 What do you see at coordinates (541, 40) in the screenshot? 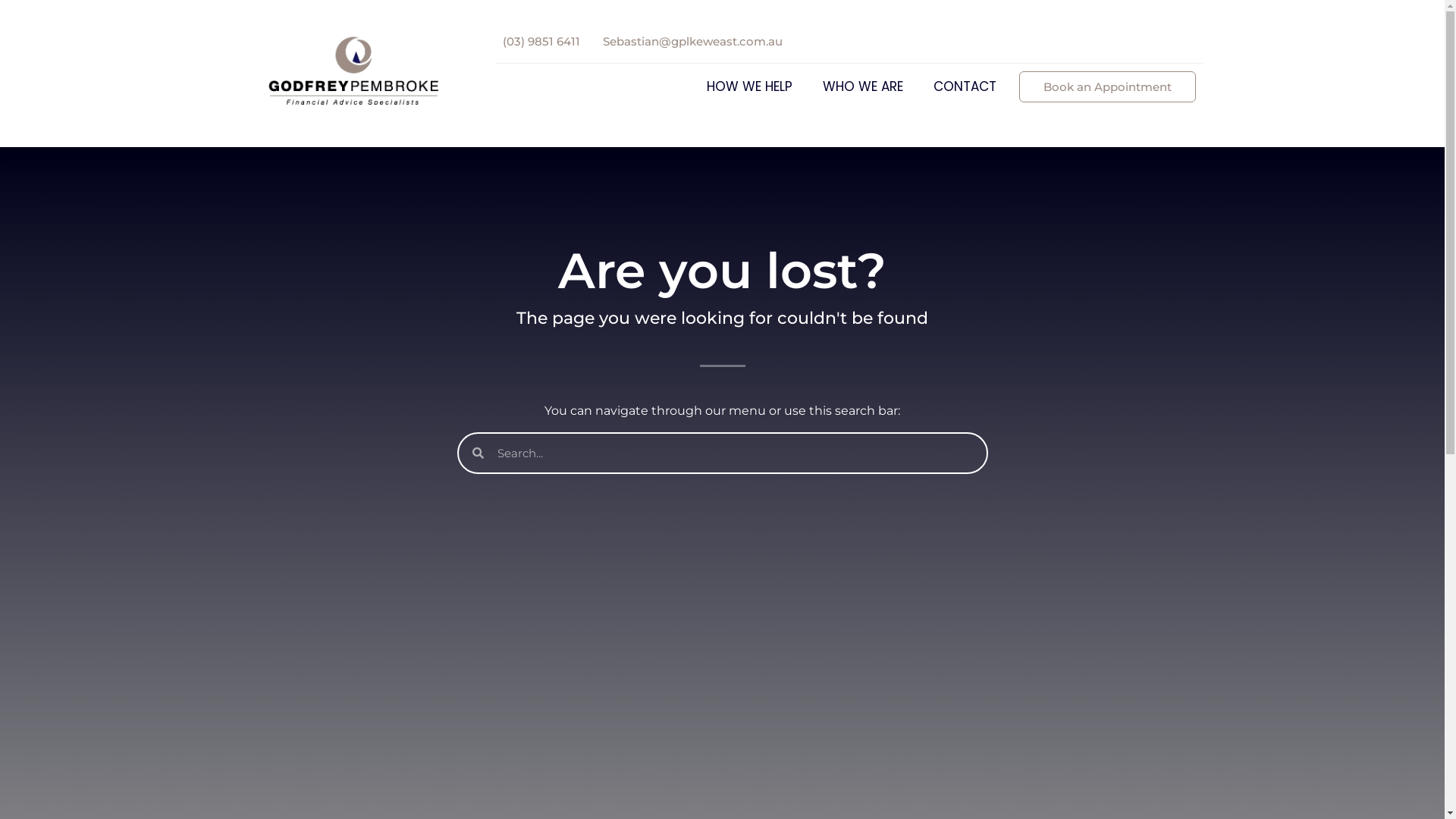
I see `'(03) 9851 6411'` at bounding box center [541, 40].